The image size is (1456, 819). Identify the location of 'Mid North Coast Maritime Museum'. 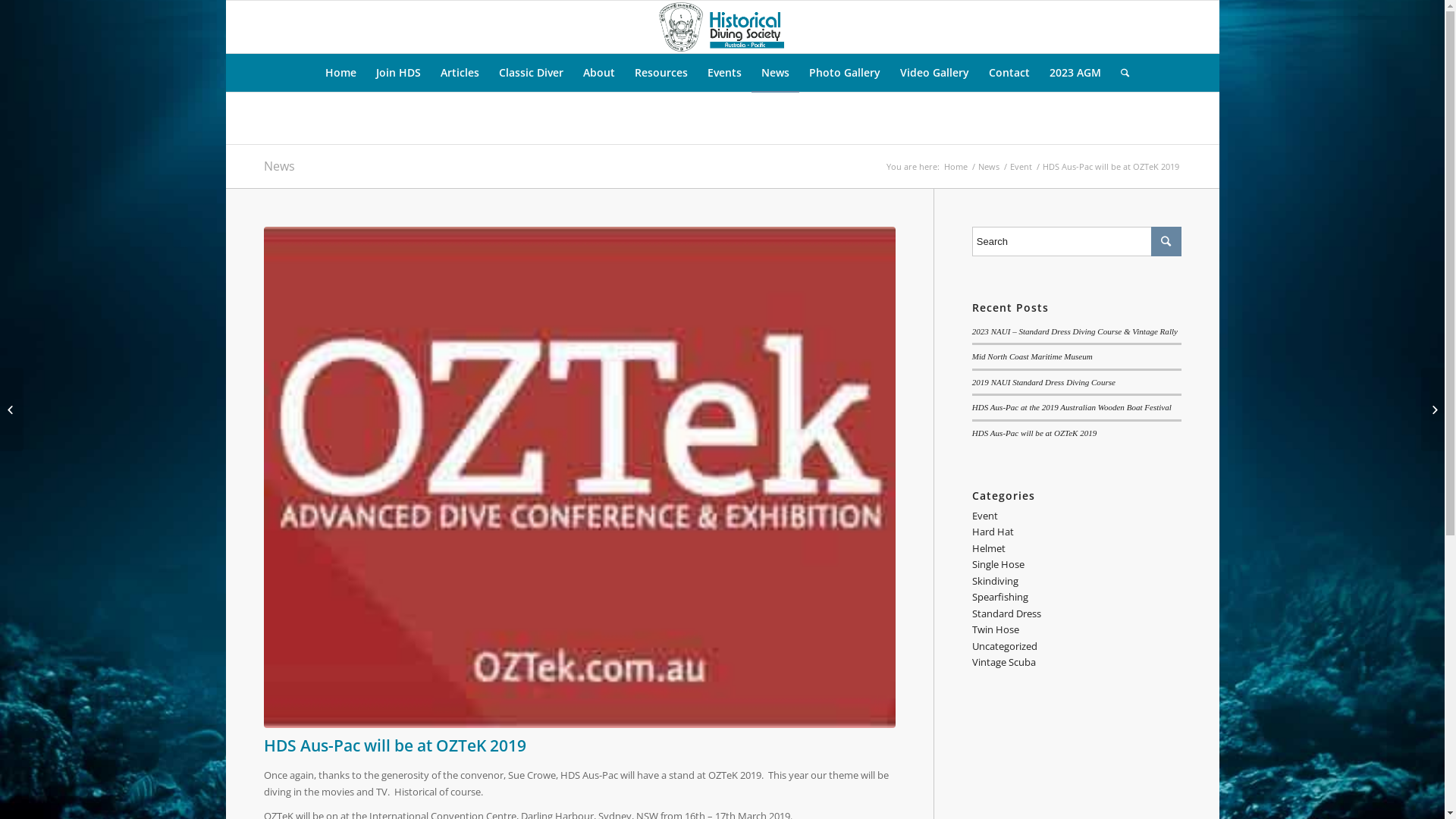
(971, 356).